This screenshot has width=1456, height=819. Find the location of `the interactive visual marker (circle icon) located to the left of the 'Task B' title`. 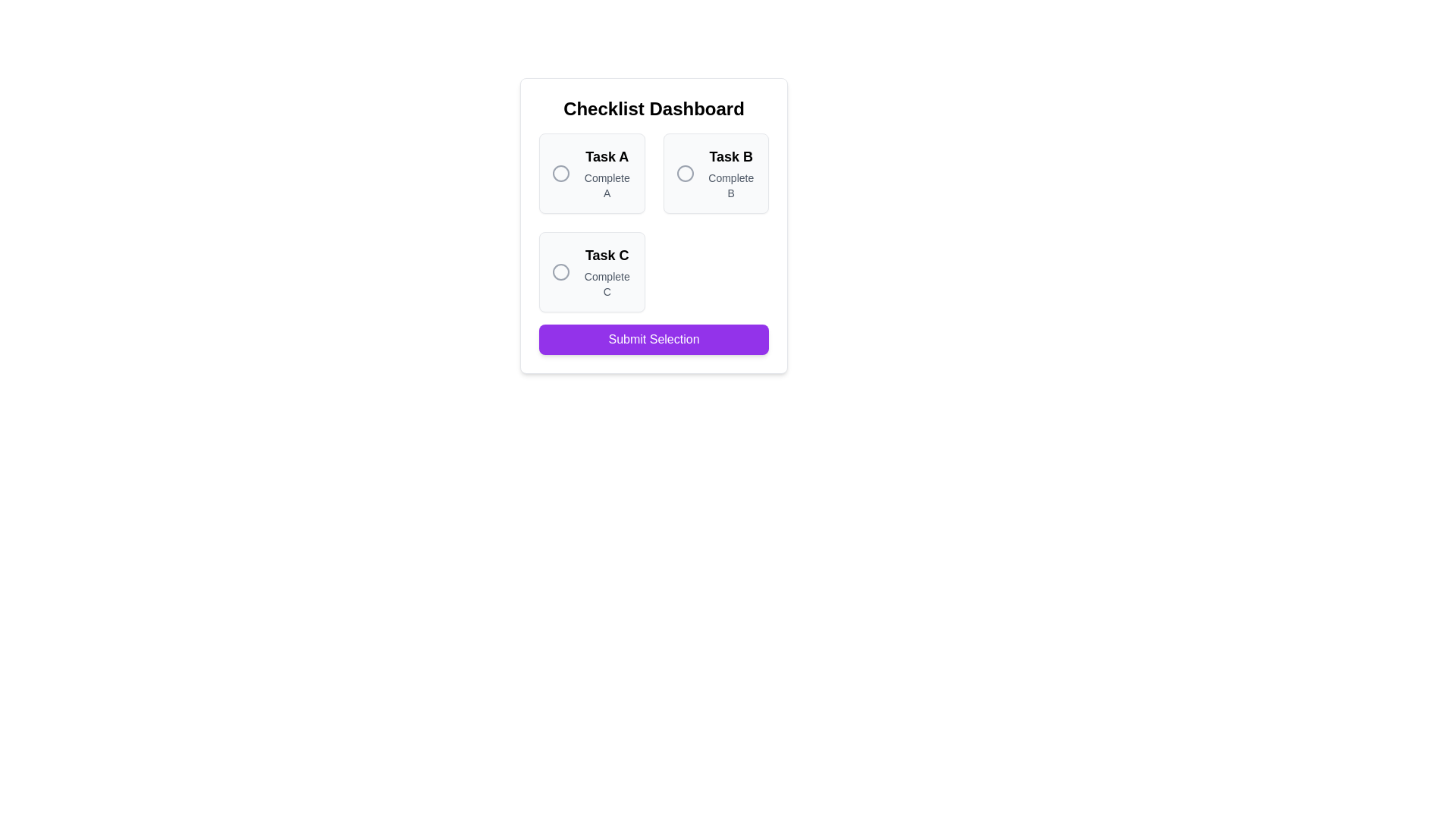

the interactive visual marker (circle icon) located to the left of the 'Task B' title is located at coordinates (684, 172).